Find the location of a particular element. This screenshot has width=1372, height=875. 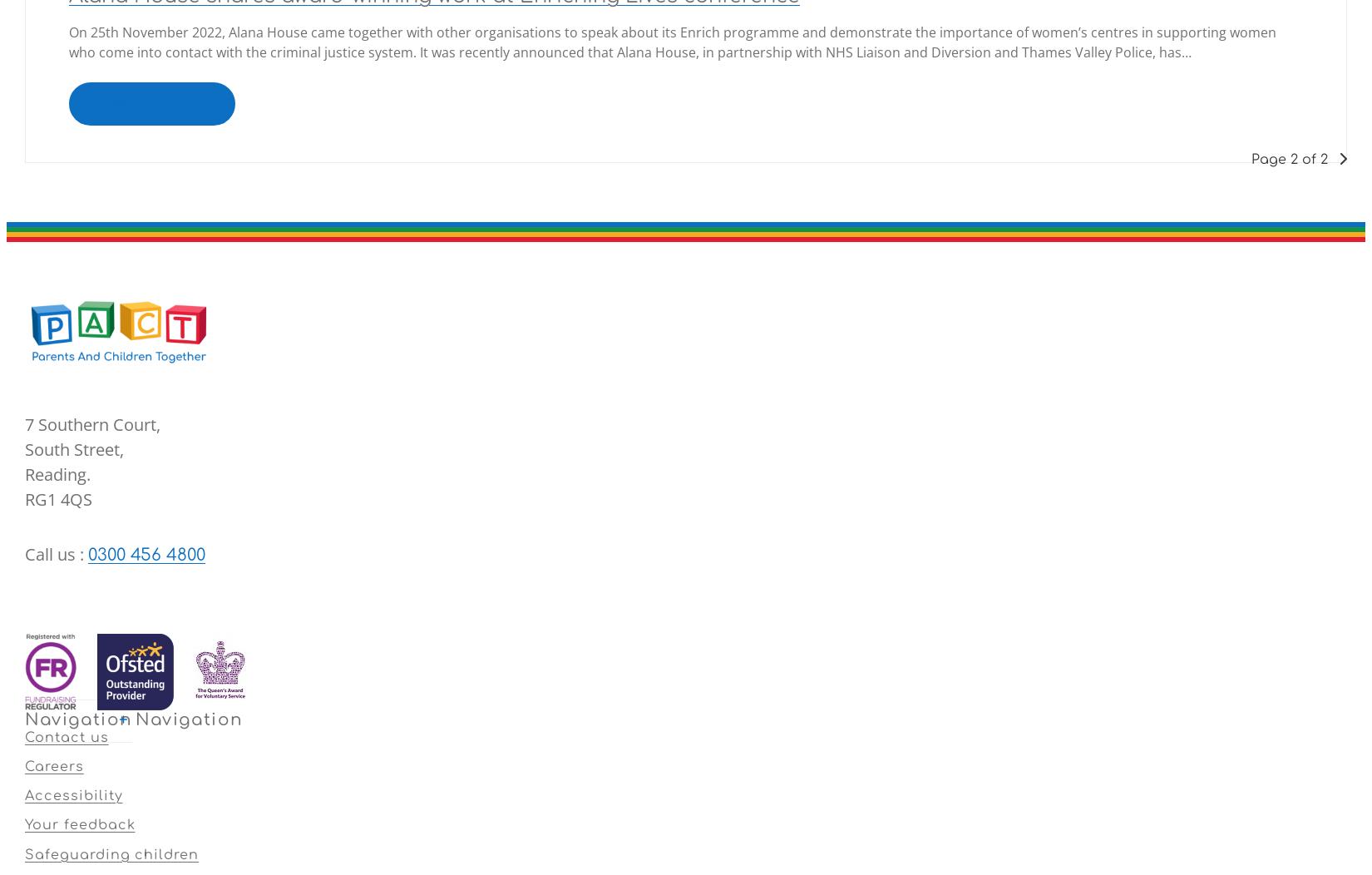

'Careers' is located at coordinates (54, 765).